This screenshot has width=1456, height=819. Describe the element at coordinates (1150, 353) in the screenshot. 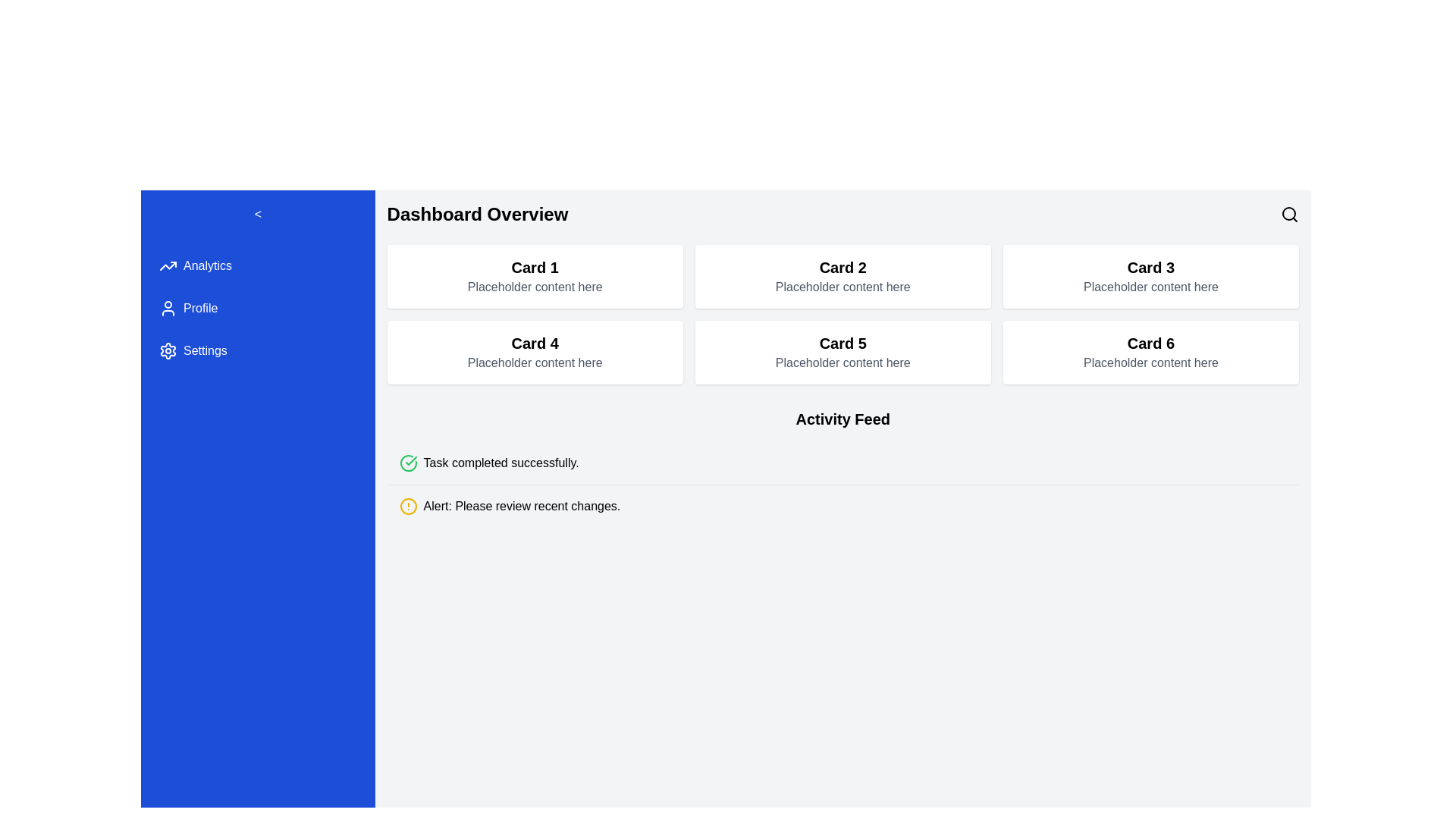

I see `the informational card element labeled 'Card 6' located in the bottom-right corner of the grid layout` at that location.